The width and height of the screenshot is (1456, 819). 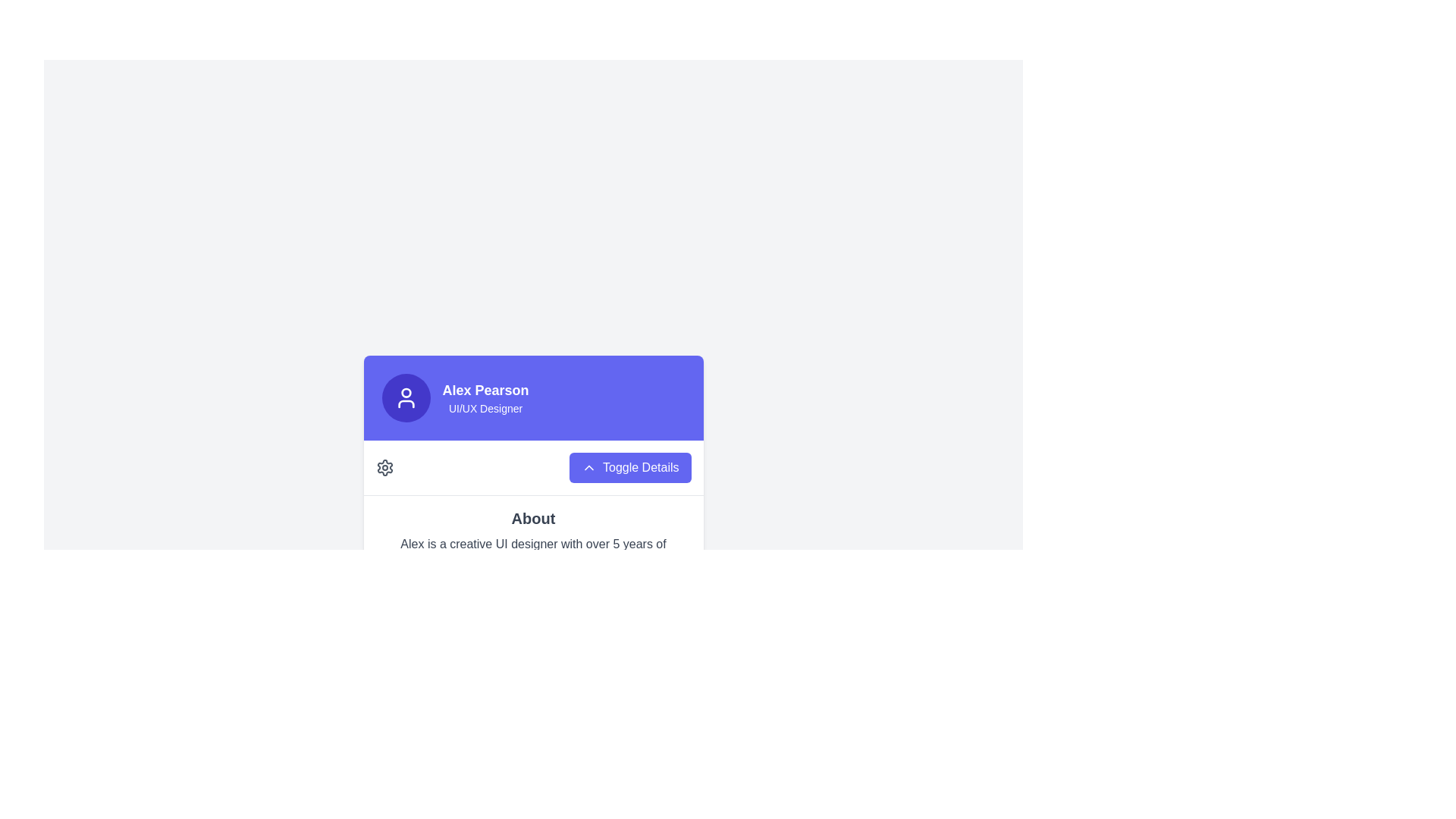 I want to click on the settings icon located in the header section of the user profile card, which is used, so click(x=384, y=466).